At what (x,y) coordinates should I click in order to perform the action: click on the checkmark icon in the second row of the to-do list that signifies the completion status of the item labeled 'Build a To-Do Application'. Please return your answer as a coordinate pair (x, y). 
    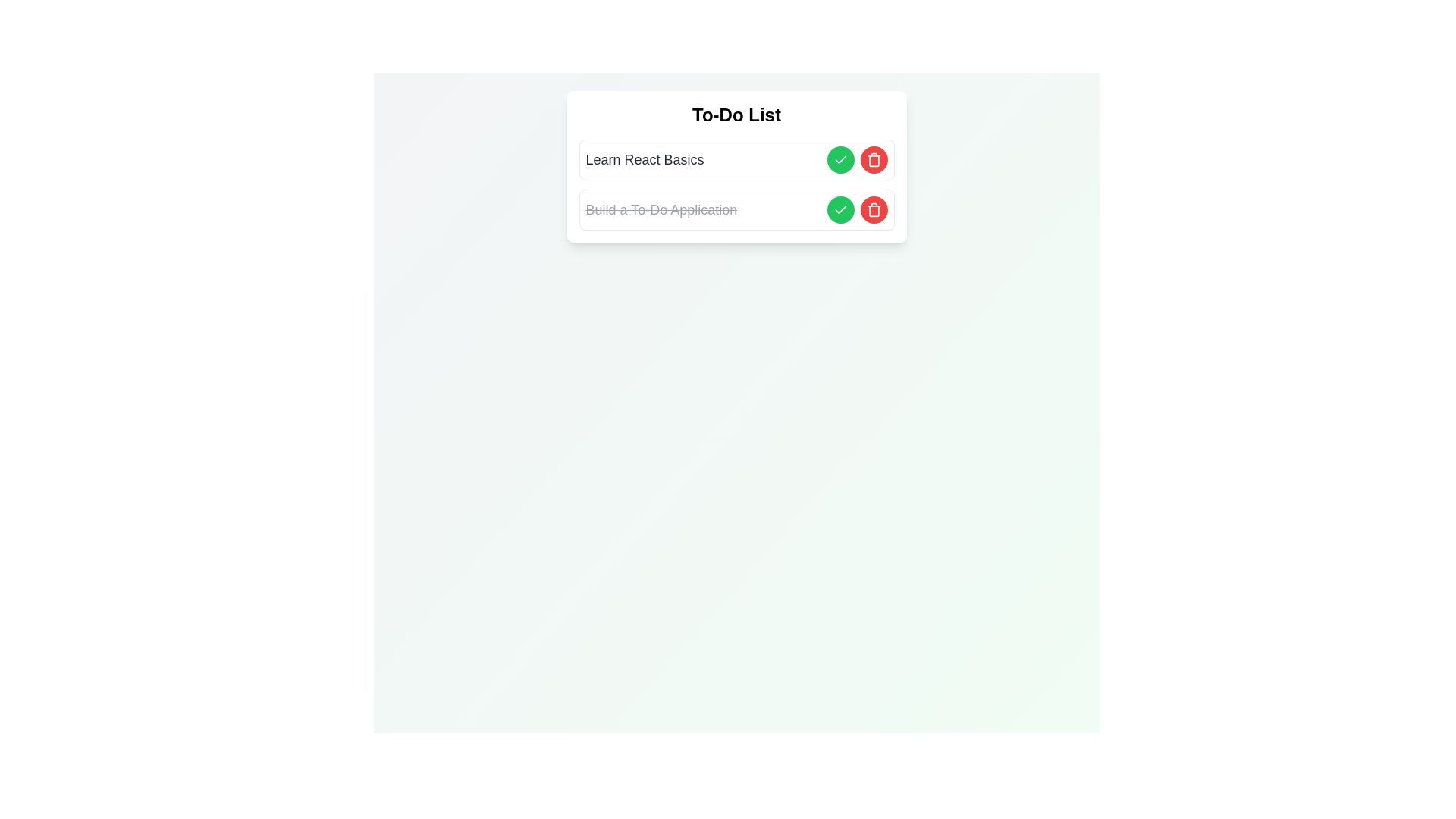
    Looking at the image, I should click on (839, 210).